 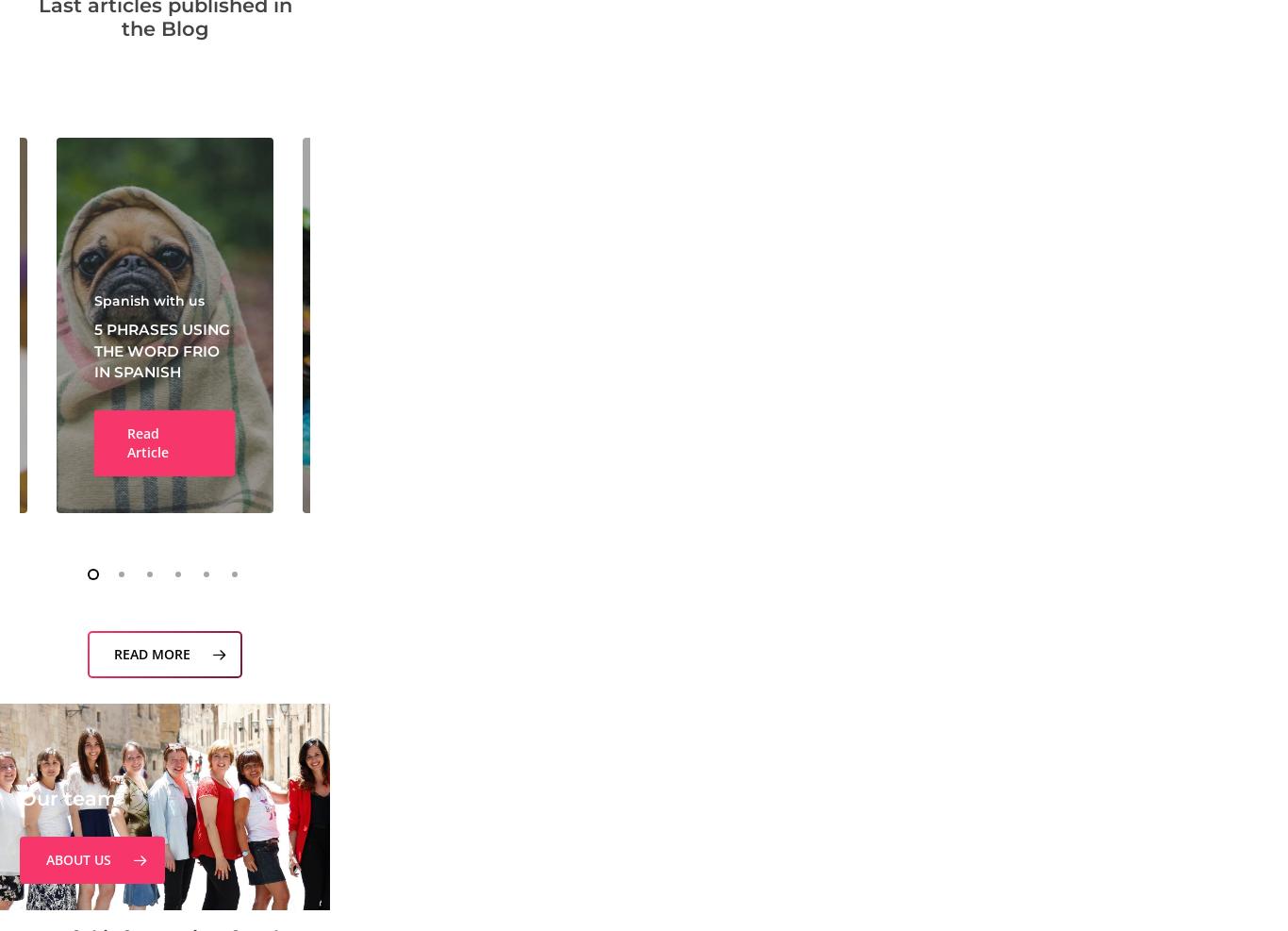 What do you see at coordinates (1076, 360) in the screenshot?
I see `'International Women’s Day'` at bounding box center [1076, 360].